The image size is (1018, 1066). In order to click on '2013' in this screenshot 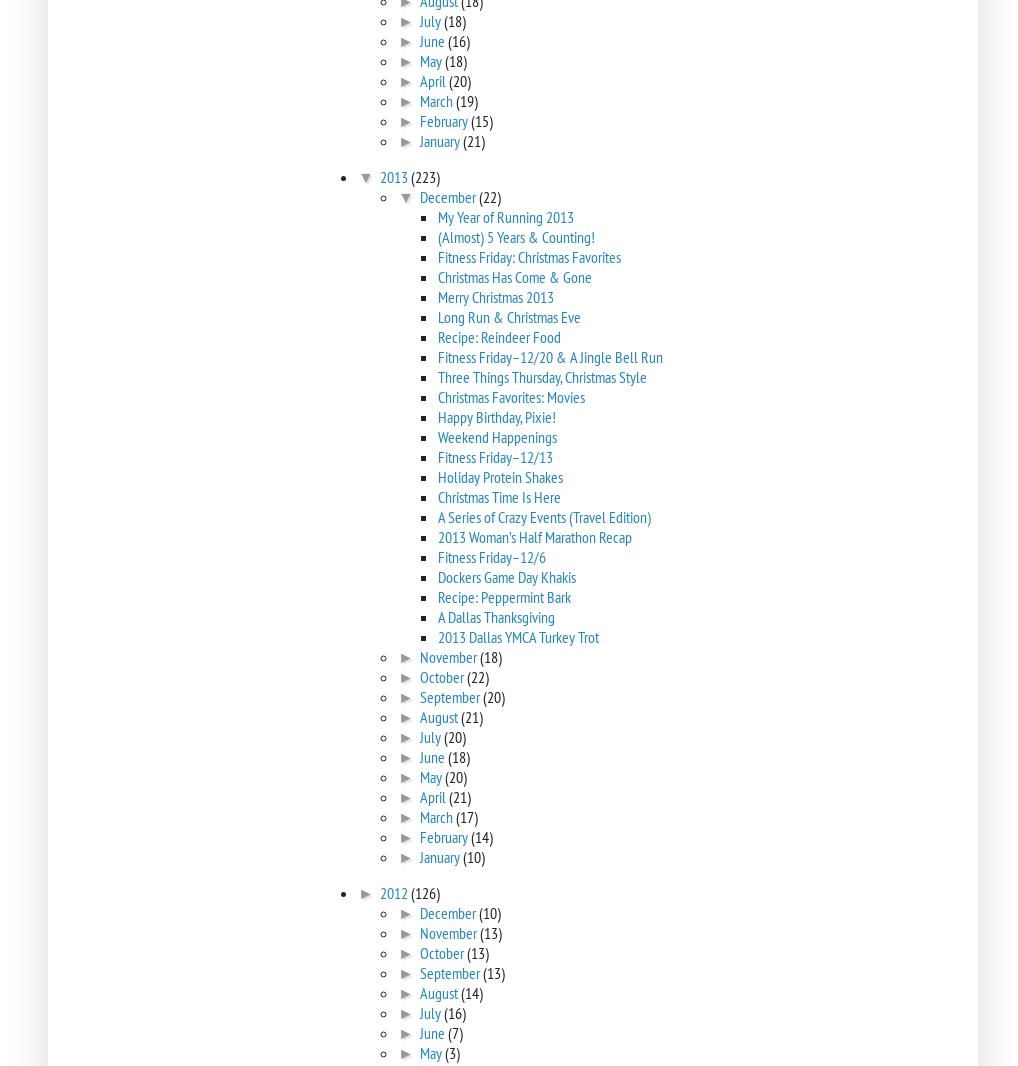, I will do `click(379, 175)`.